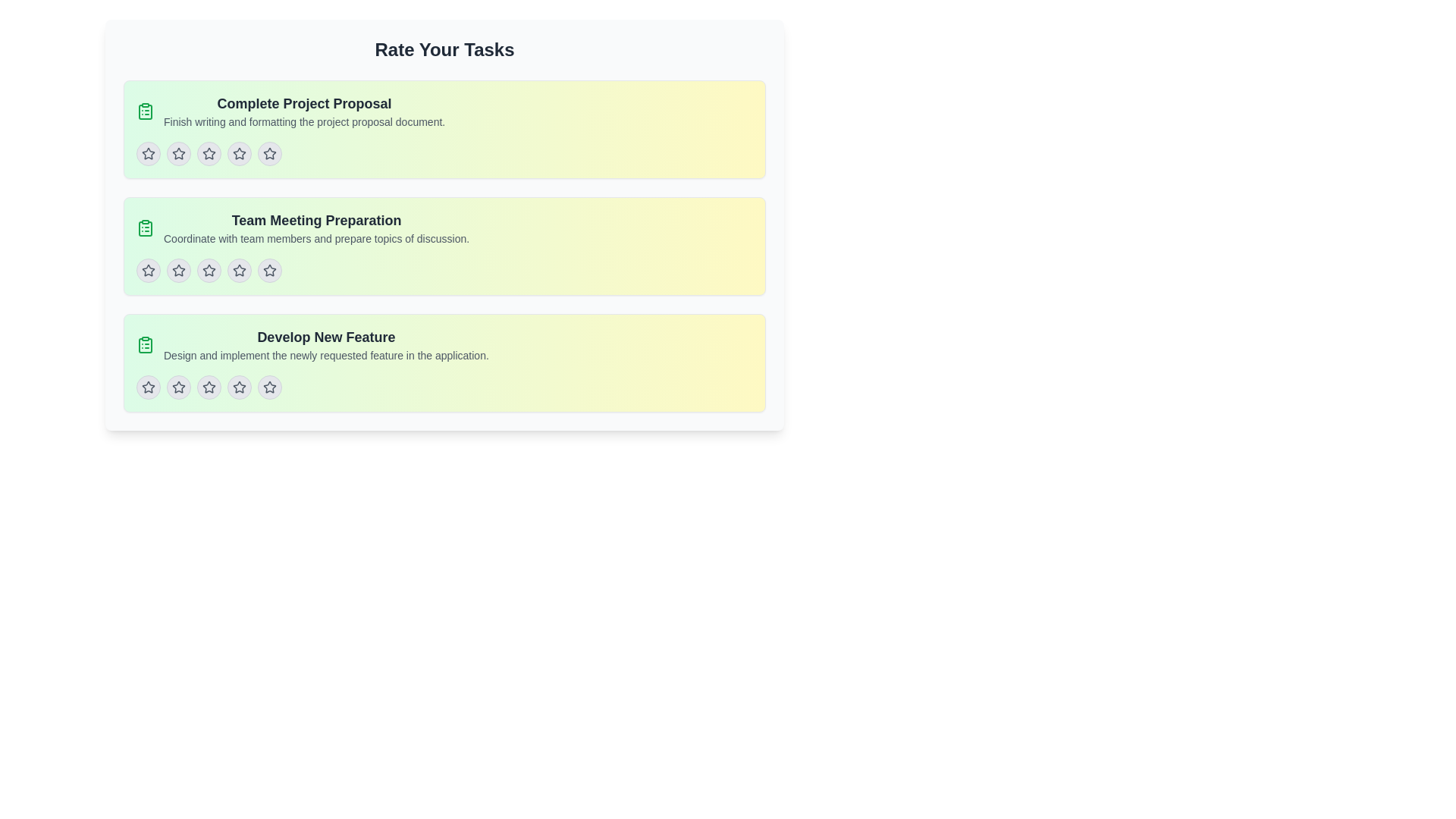 The height and width of the screenshot is (819, 1456). Describe the element at coordinates (315, 220) in the screenshot. I see `the static text label titled 'Team Meeting Preparation' which serves as the main title for its row in the vertically structured list` at that location.